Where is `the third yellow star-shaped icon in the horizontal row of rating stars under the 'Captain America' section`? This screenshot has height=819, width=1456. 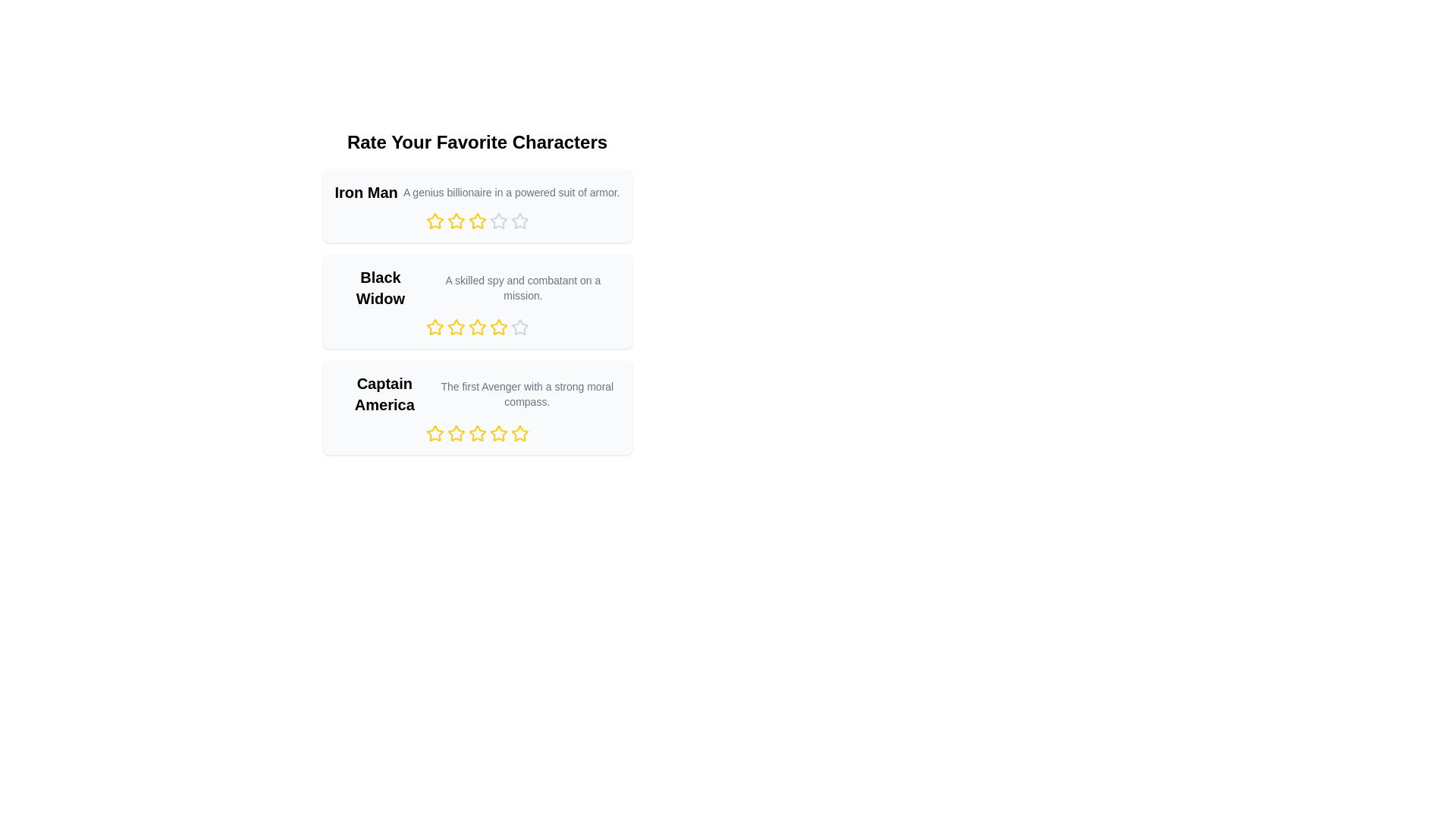 the third yellow star-shaped icon in the horizontal row of rating stars under the 'Captain America' section is located at coordinates (476, 433).